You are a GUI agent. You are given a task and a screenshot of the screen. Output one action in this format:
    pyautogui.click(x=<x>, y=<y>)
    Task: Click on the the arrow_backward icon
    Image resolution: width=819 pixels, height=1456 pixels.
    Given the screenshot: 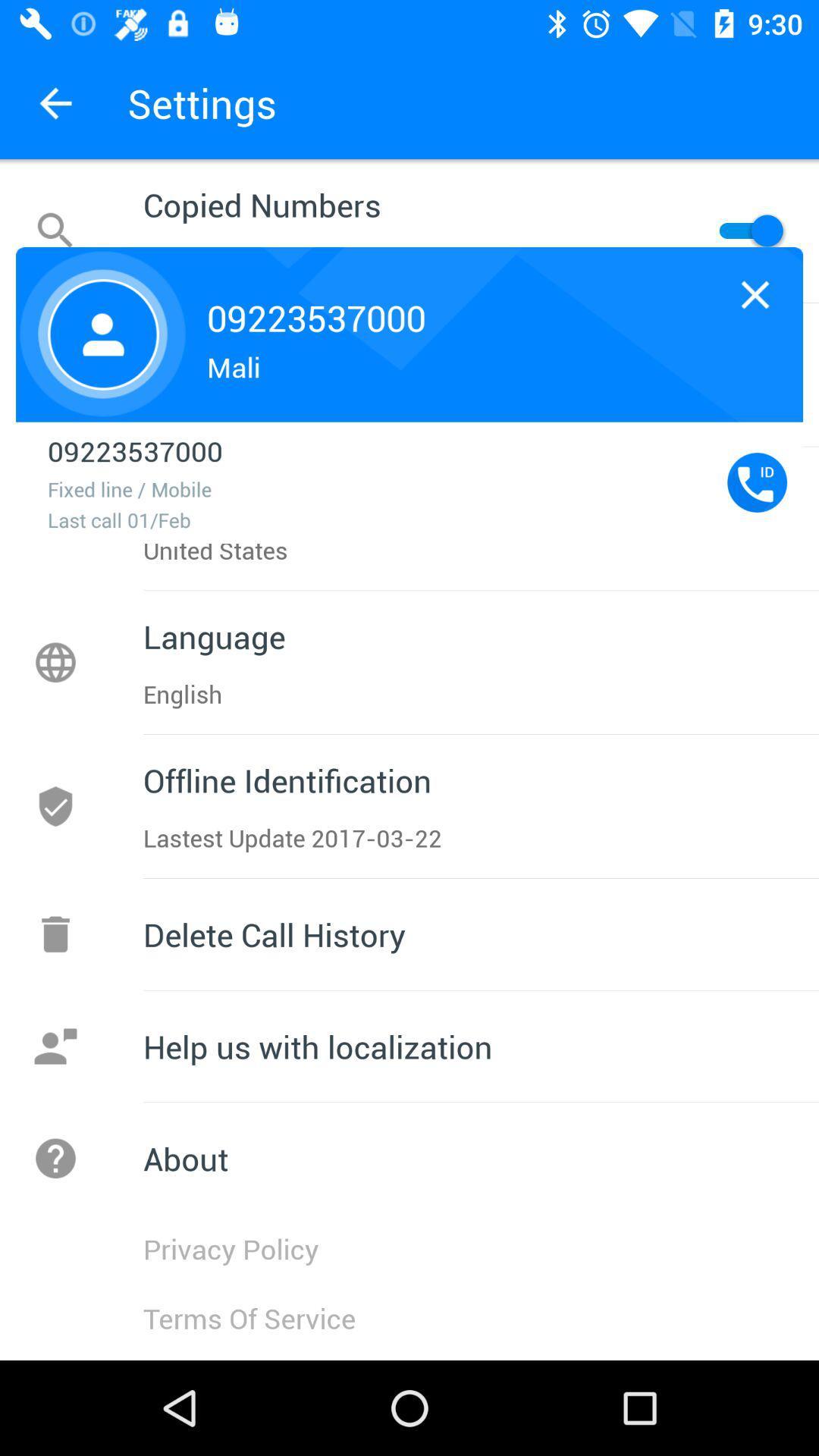 What is the action you would take?
    pyautogui.click(x=55, y=102)
    